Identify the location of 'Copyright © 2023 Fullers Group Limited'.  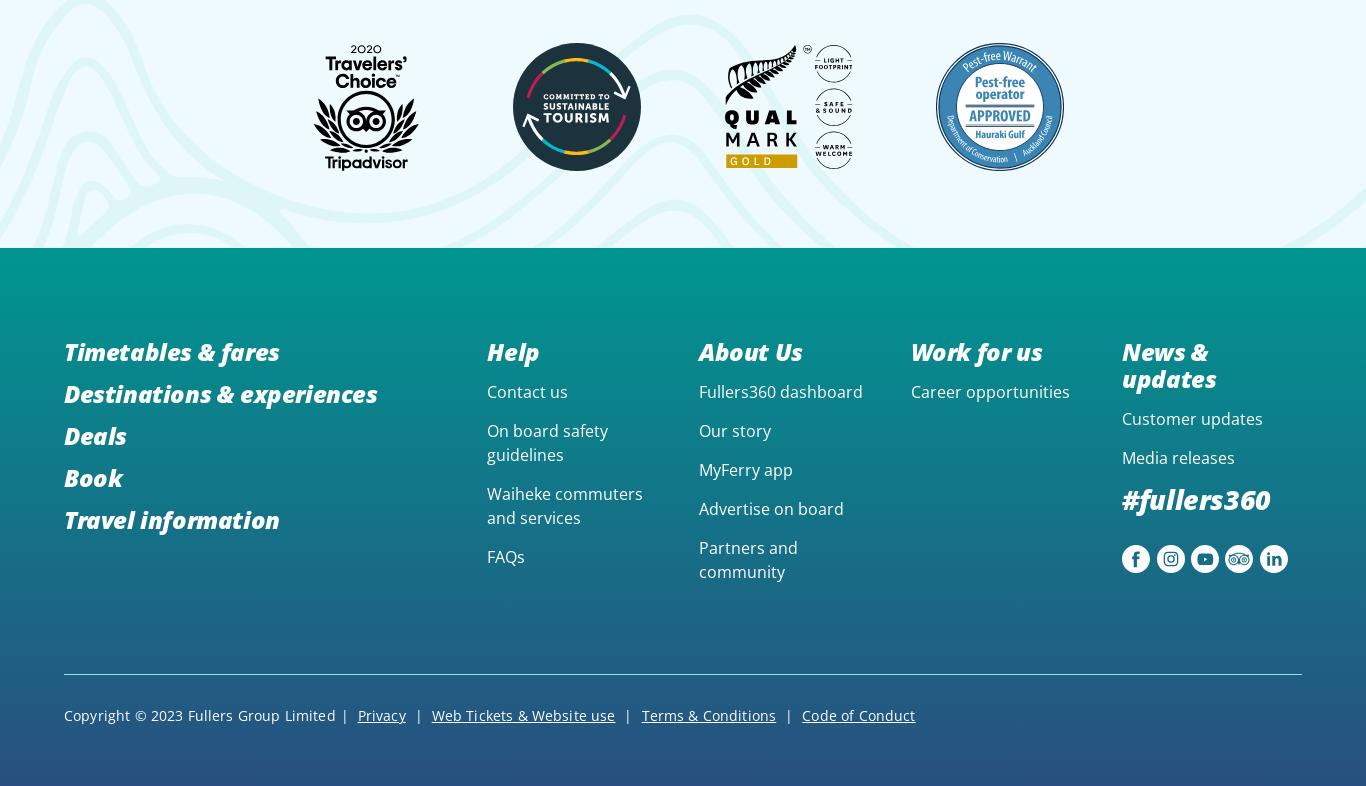
(198, 715).